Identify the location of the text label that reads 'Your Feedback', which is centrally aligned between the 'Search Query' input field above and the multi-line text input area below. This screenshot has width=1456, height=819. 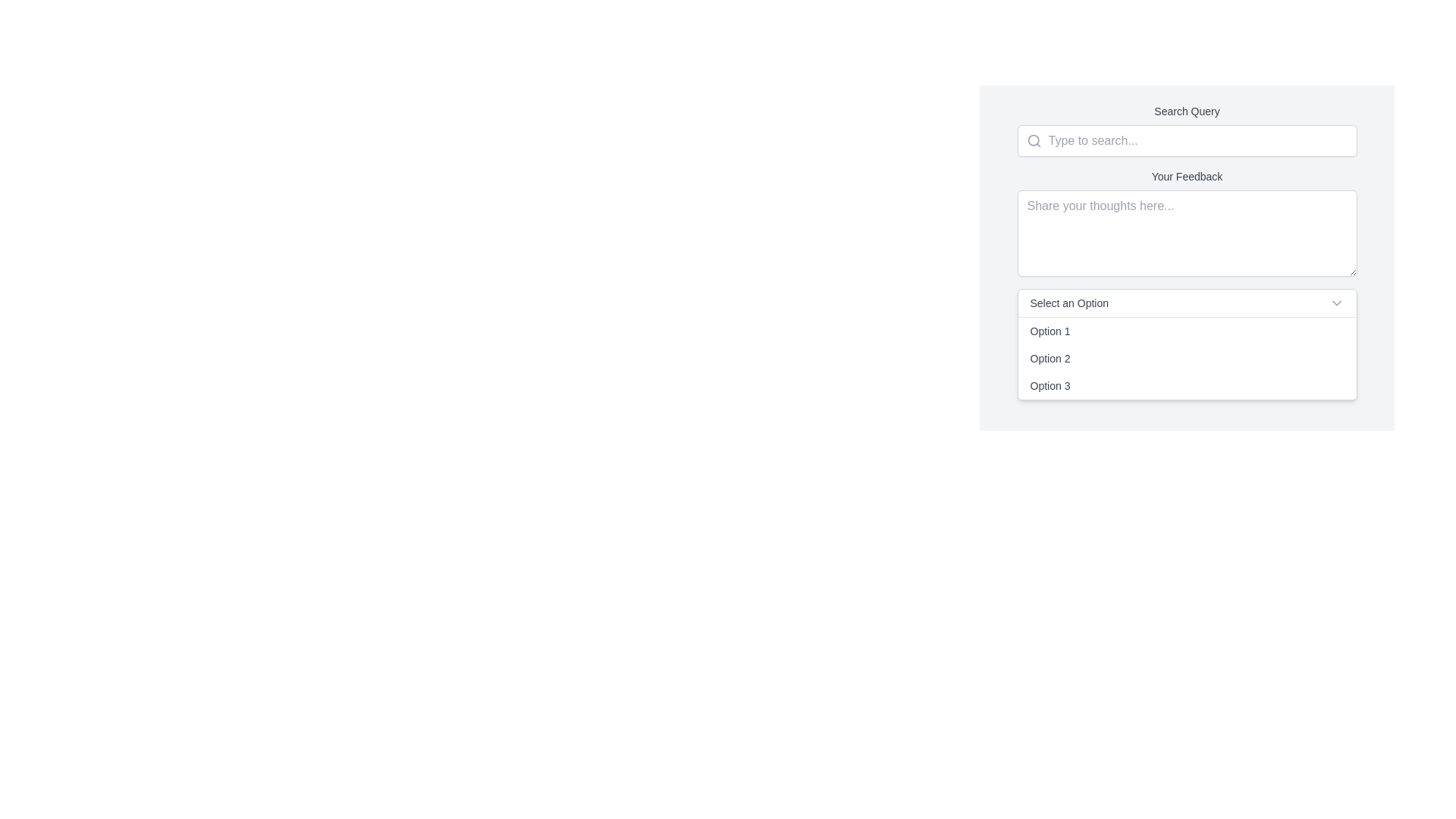
(1186, 175).